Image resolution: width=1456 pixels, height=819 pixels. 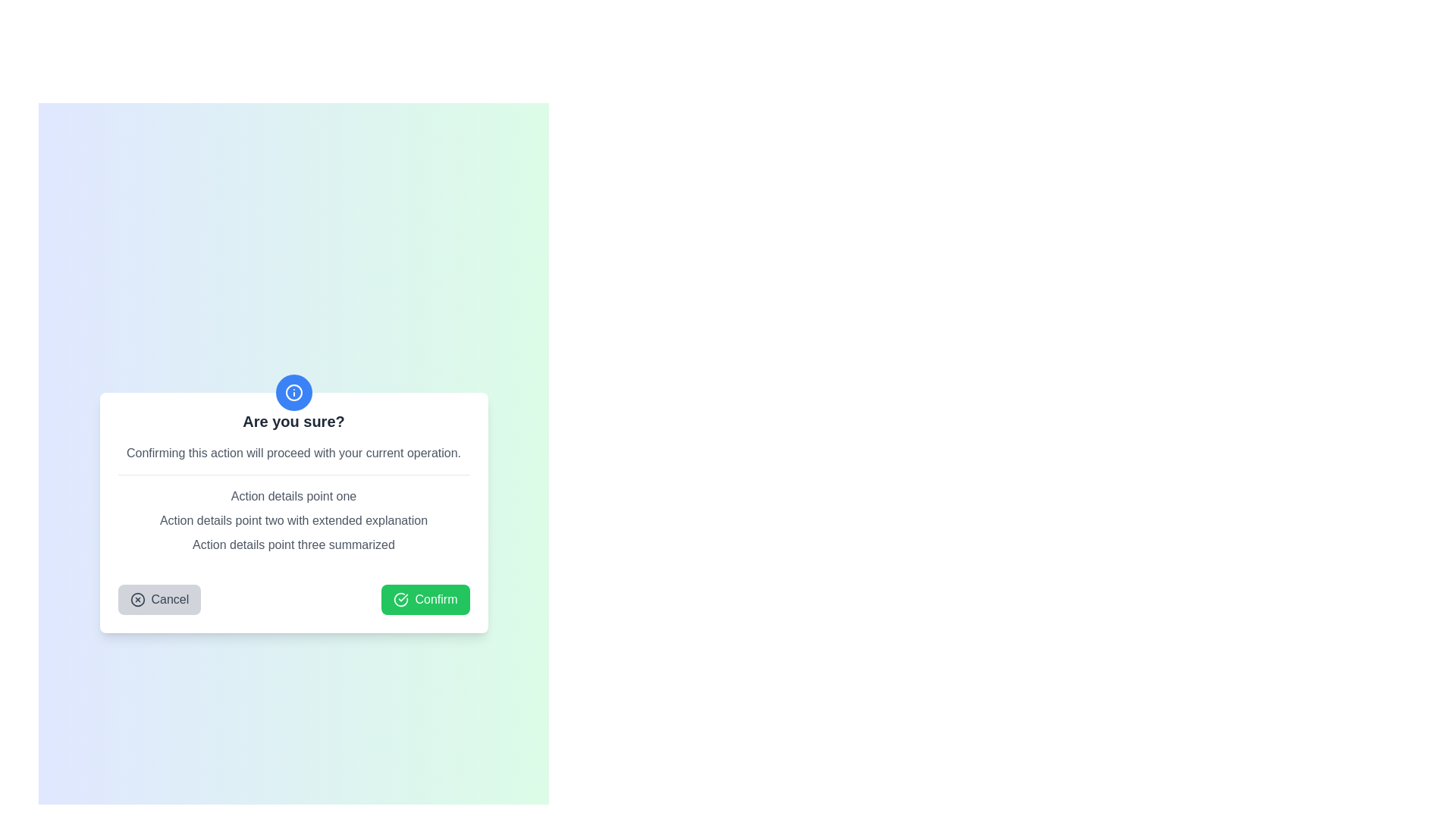 What do you see at coordinates (159, 598) in the screenshot?
I see `the 'Cancel' button located in the bottom-left corner of the dialog box, which features a light gray background and an 'X' icon to the left of the text 'Cancel'` at bounding box center [159, 598].